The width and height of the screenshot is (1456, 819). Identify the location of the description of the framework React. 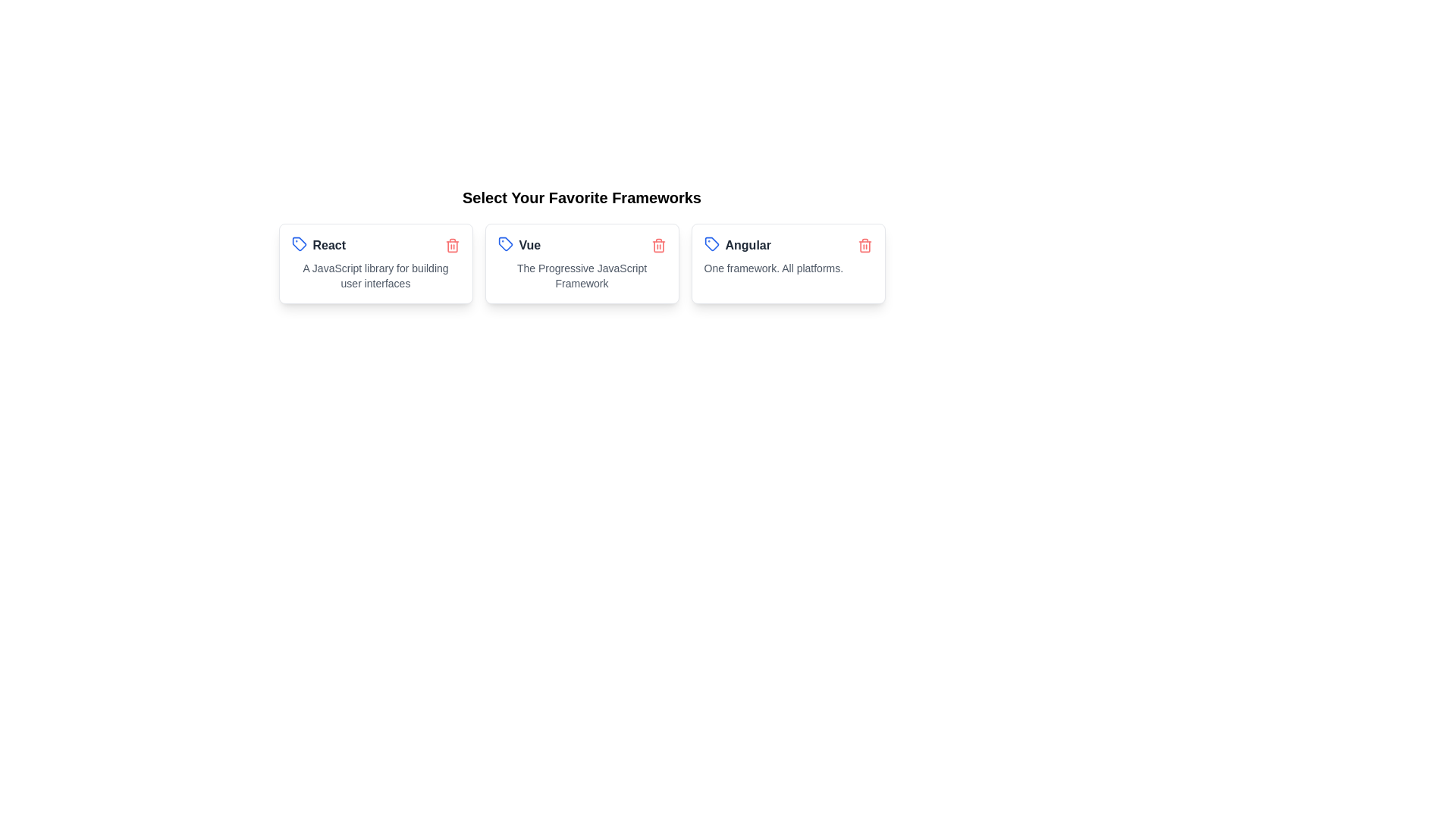
(375, 275).